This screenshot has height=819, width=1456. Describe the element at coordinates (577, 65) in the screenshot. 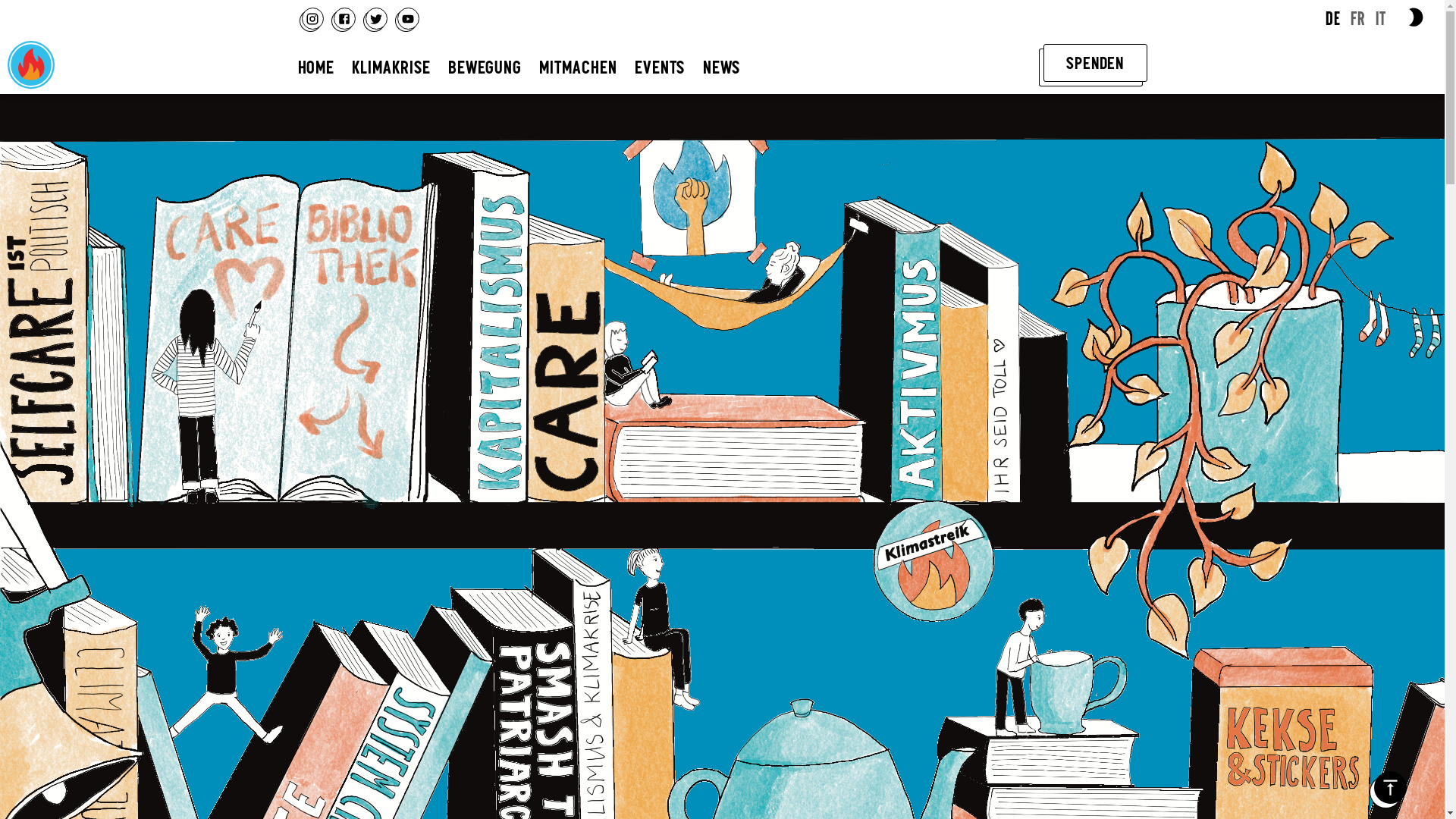

I see `'MITMACHEN'` at that location.